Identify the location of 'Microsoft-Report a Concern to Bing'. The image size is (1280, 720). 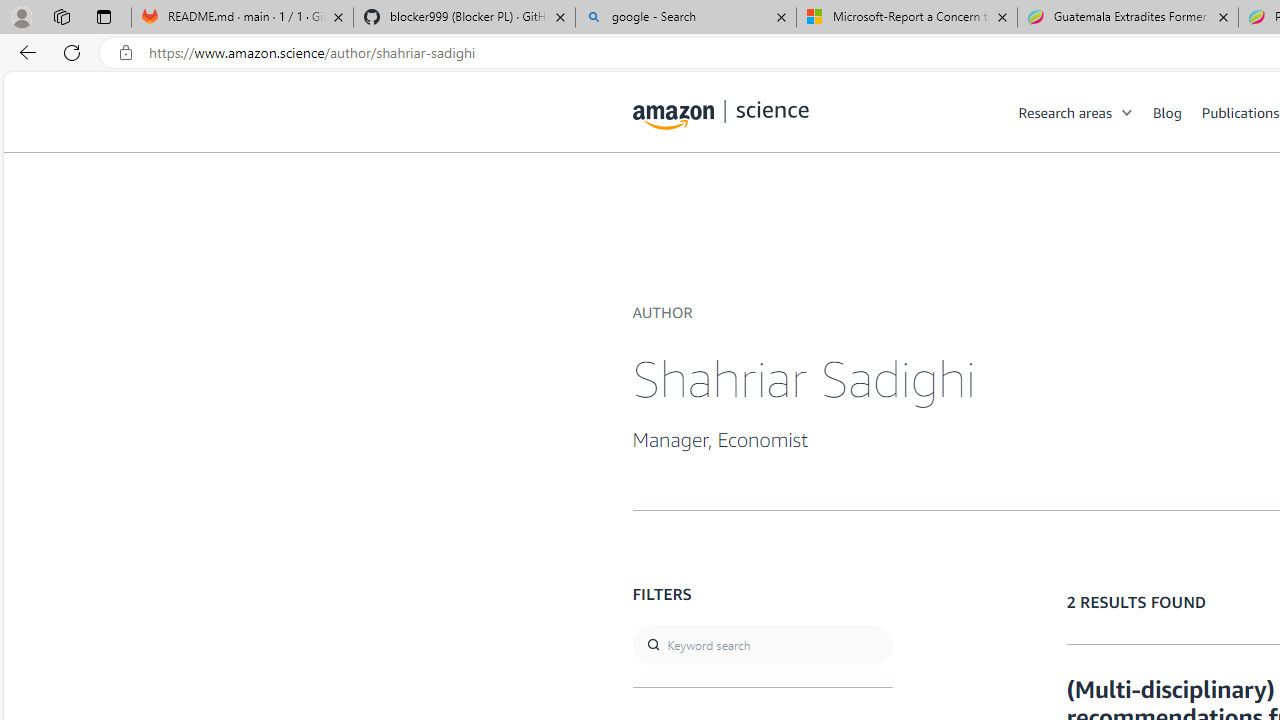
(906, 17).